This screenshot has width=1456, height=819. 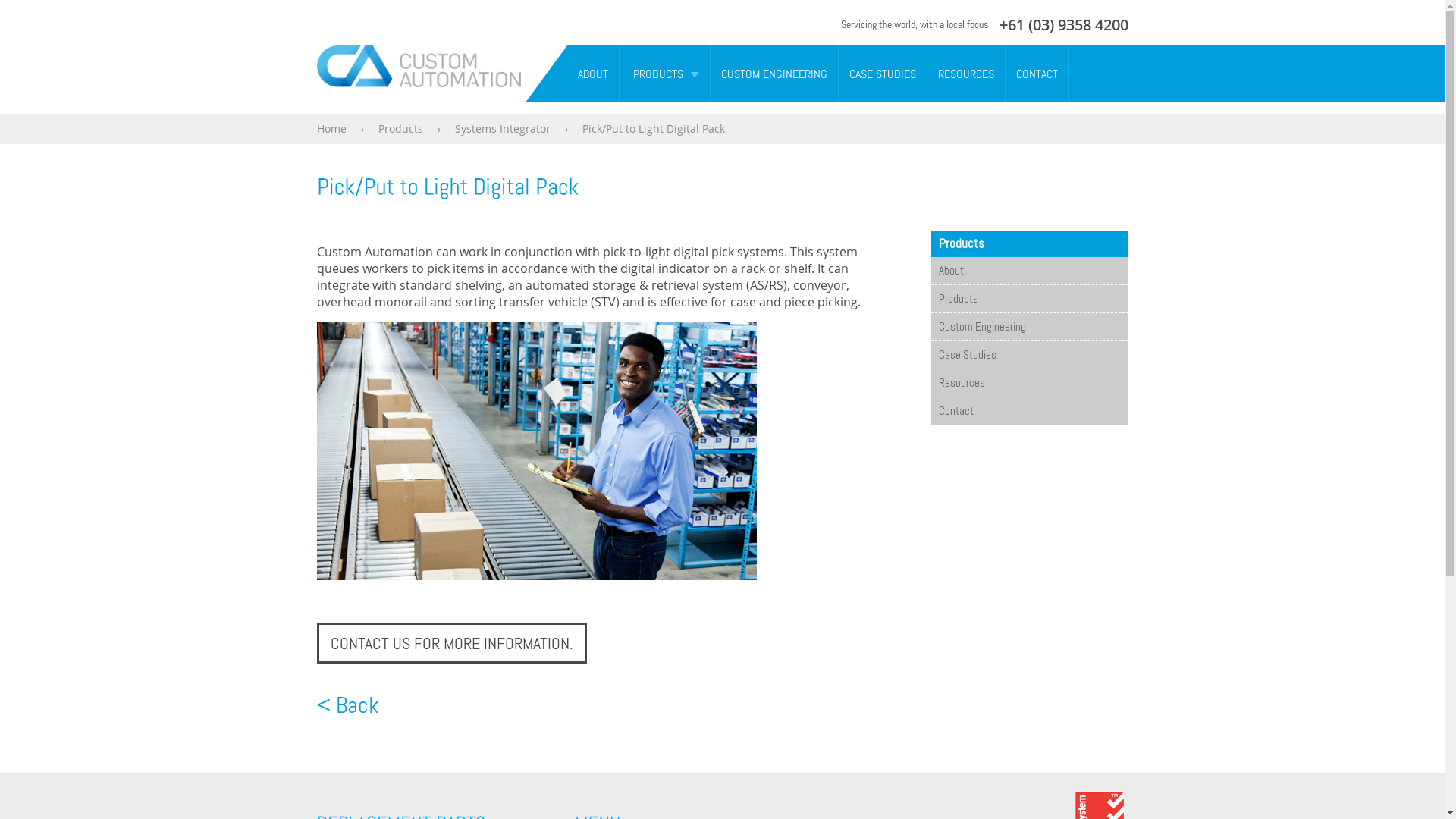 What do you see at coordinates (1029, 326) in the screenshot?
I see `'Custom Engineering'` at bounding box center [1029, 326].